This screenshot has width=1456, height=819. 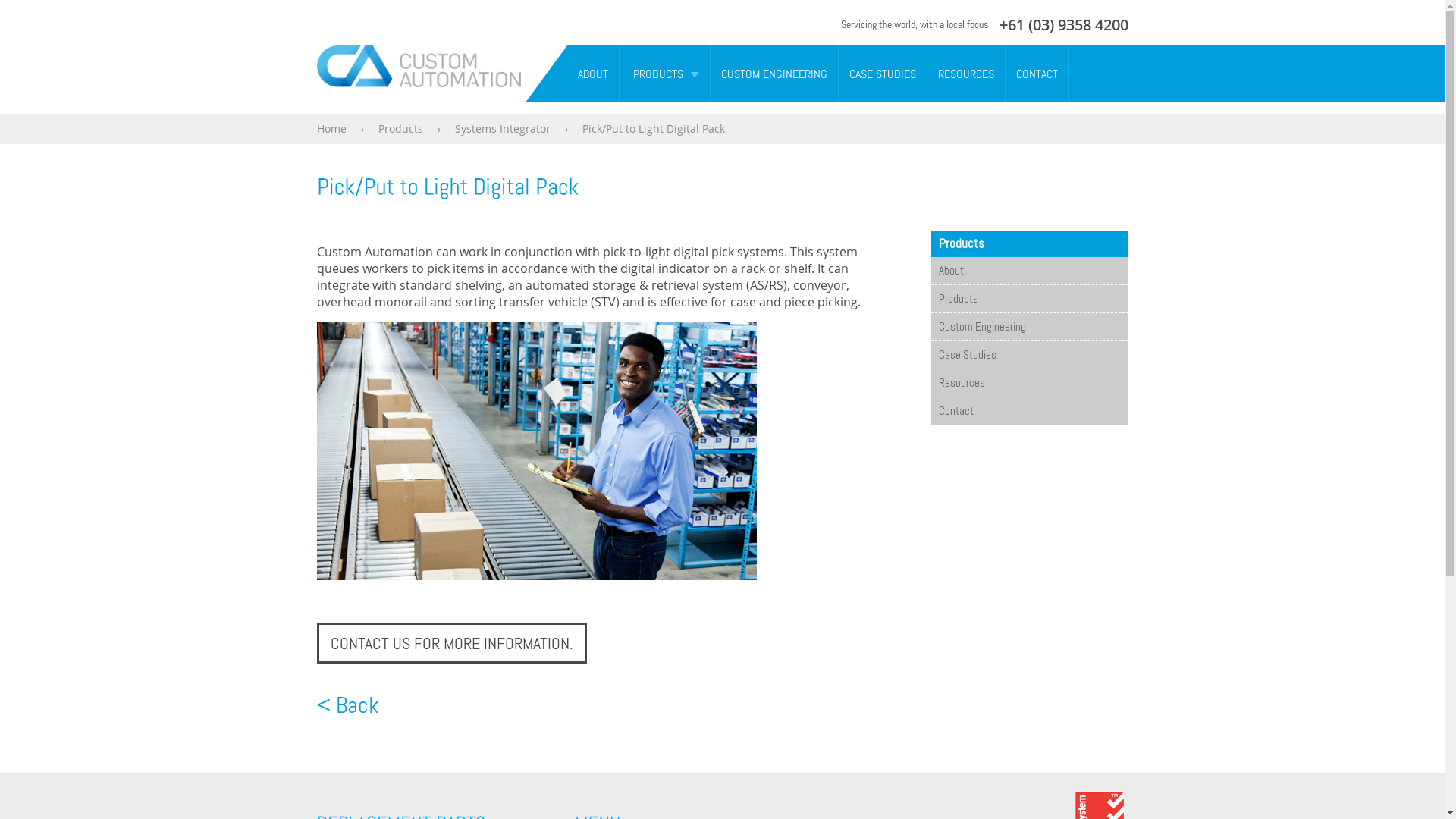 What do you see at coordinates (1029, 326) in the screenshot?
I see `'Custom Engineering'` at bounding box center [1029, 326].